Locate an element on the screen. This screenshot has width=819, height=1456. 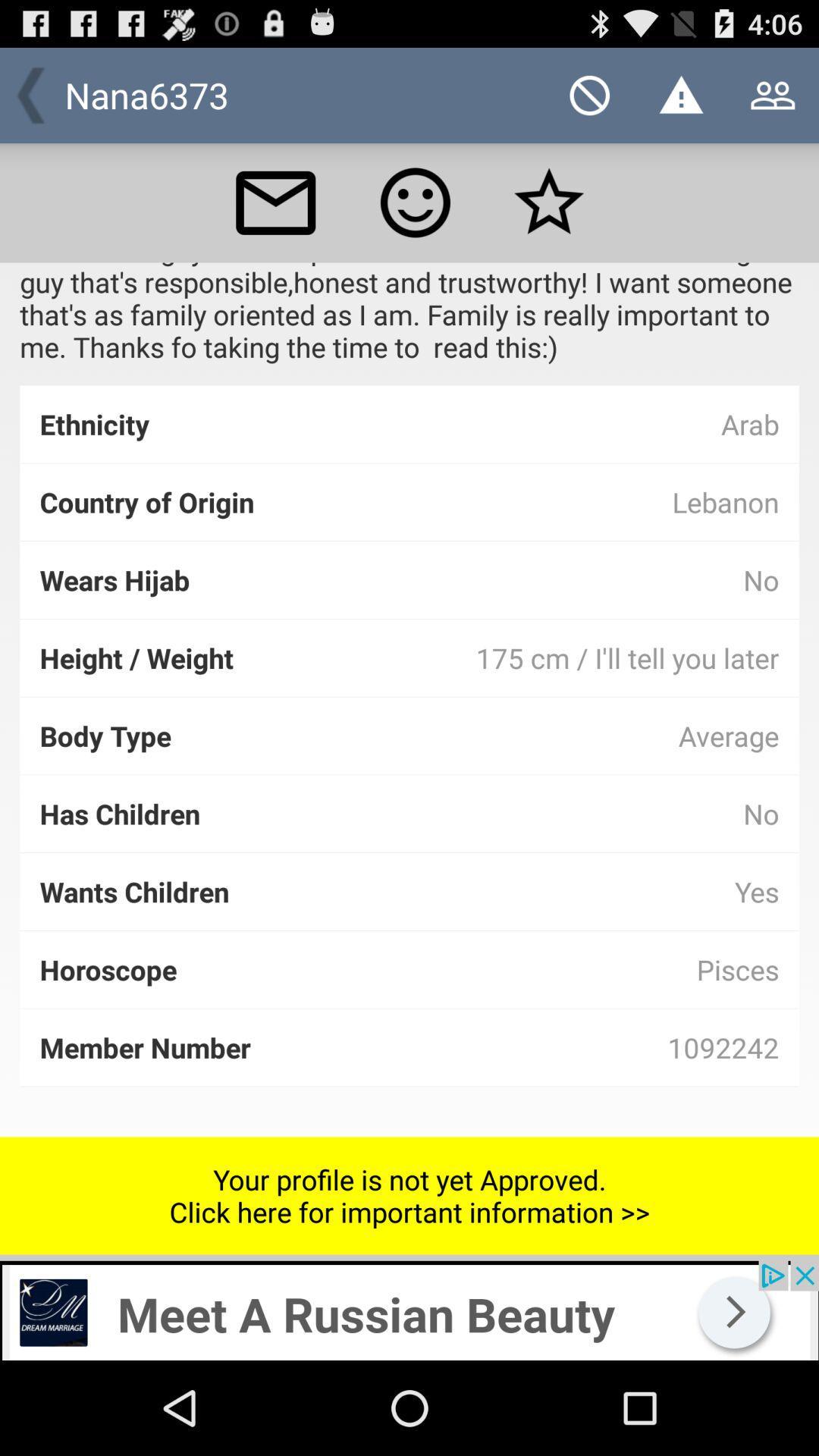
inbox or messages is located at coordinates (275, 202).